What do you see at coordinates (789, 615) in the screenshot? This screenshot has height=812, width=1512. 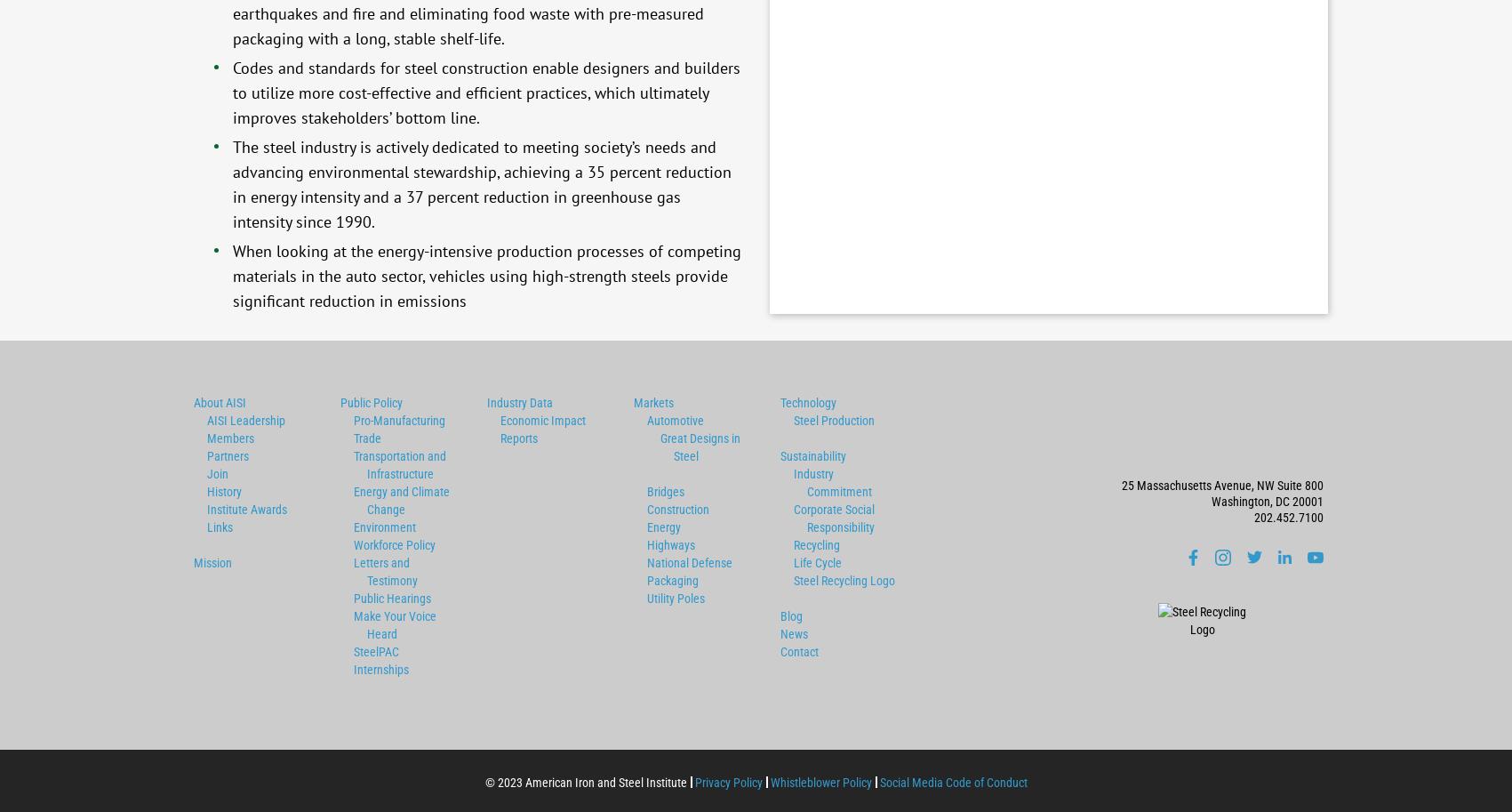 I see `'Blog'` at bounding box center [789, 615].